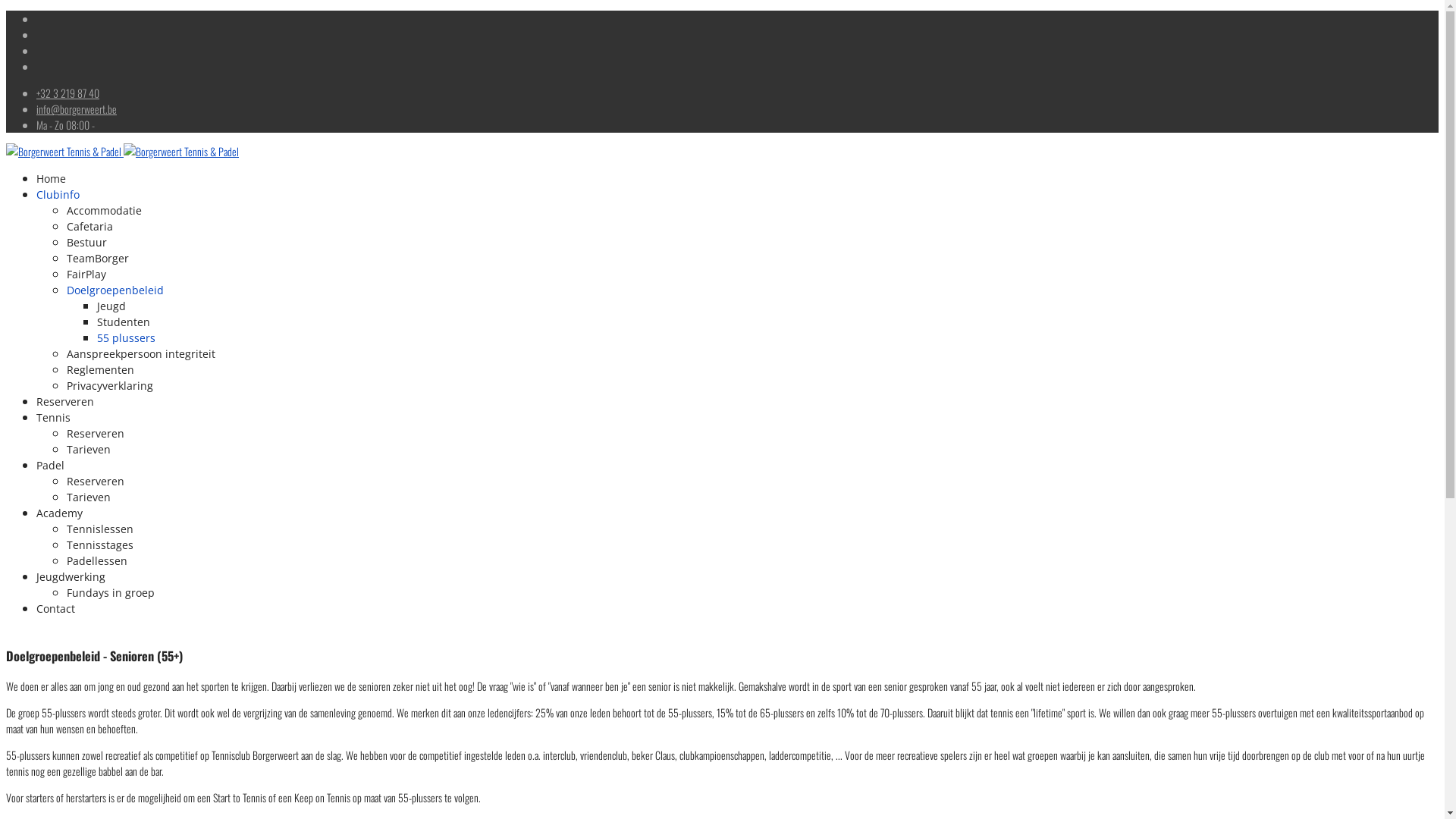 The width and height of the screenshot is (1456, 819). I want to click on 'Cafetaria', so click(65, 226).